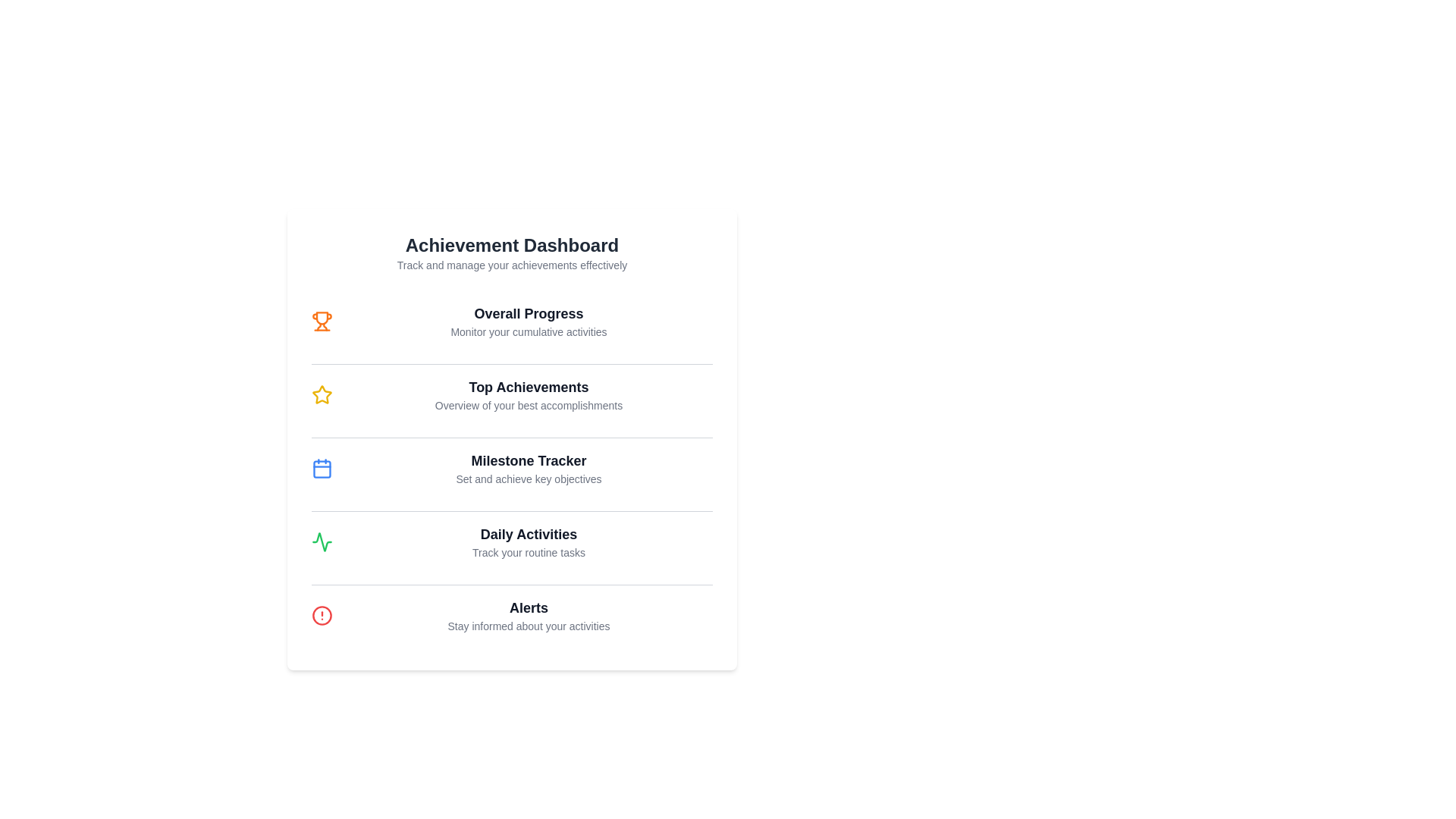 This screenshot has width=1456, height=819. What do you see at coordinates (529, 331) in the screenshot?
I see `the informative label that provides supplementary information about the 'Overall Progress' heading, which is located beneath the bold heading in the 'Achievement Dashboard' section` at bounding box center [529, 331].